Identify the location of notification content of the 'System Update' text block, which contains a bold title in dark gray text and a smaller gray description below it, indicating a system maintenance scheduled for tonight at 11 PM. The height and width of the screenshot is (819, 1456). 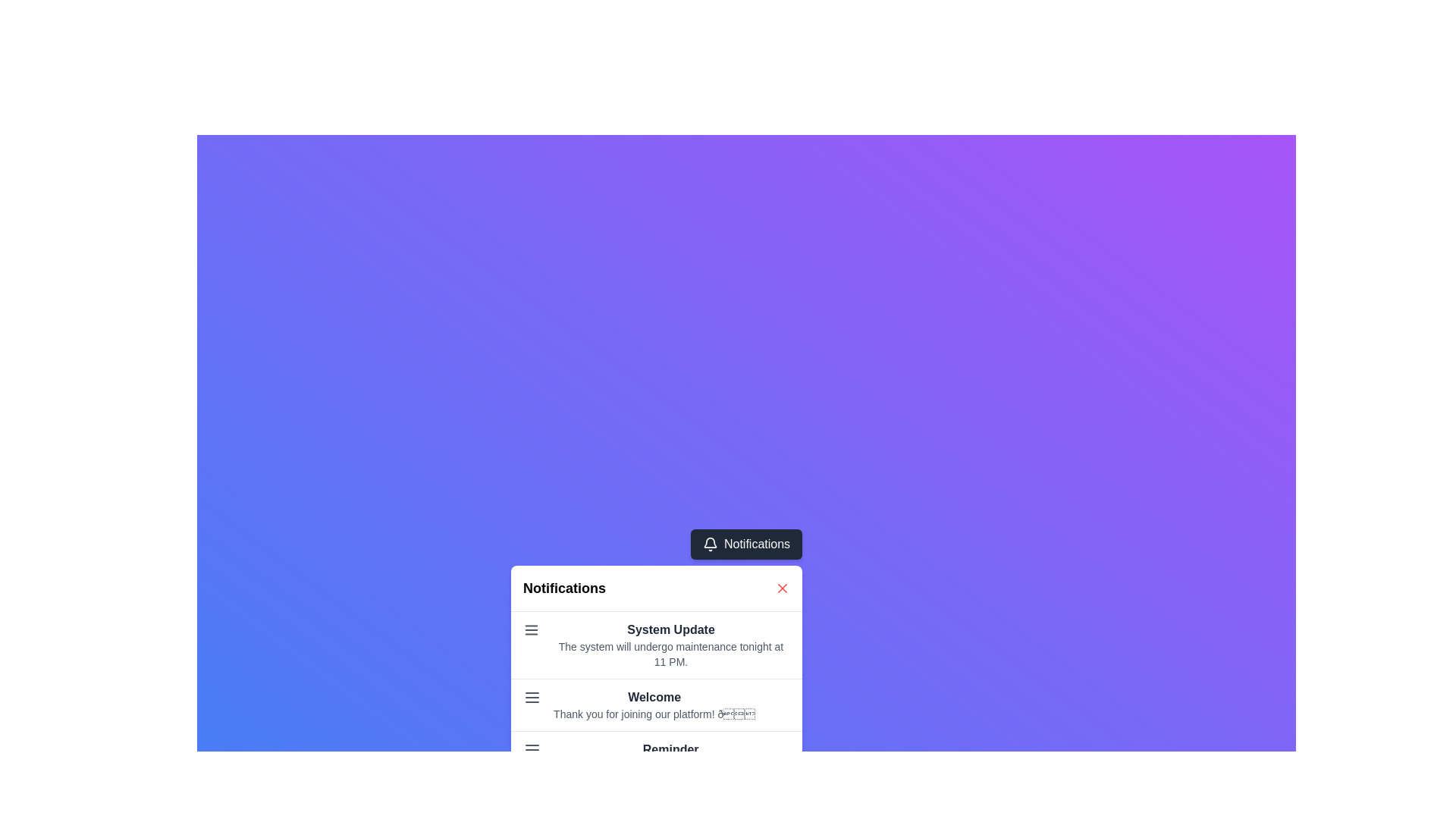
(670, 645).